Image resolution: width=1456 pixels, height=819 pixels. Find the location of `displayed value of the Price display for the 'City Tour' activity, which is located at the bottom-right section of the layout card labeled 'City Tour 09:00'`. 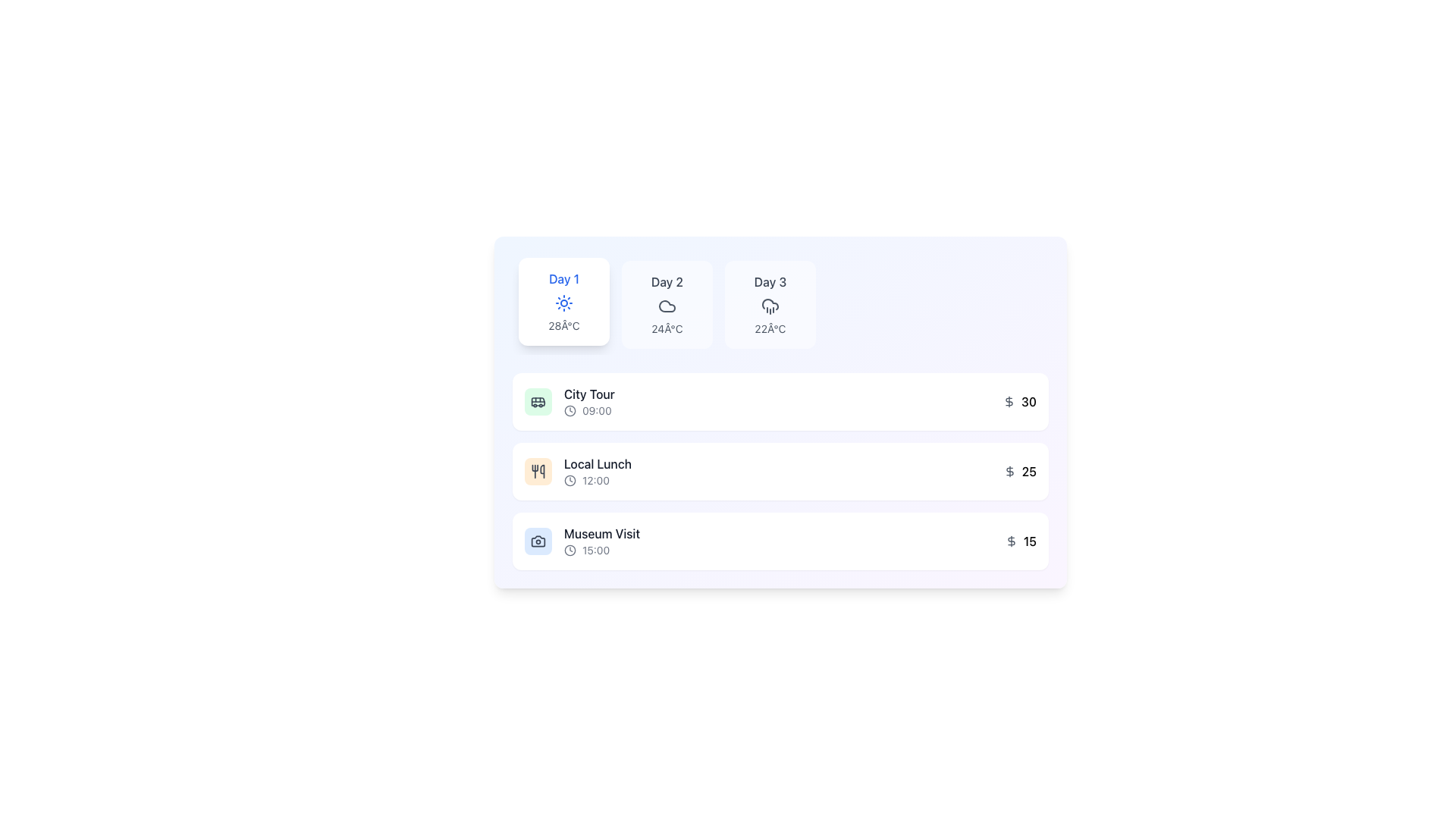

displayed value of the Price display for the 'City Tour' activity, which is located at the bottom-right section of the layout card labeled 'City Tour 09:00' is located at coordinates (1019, 400).